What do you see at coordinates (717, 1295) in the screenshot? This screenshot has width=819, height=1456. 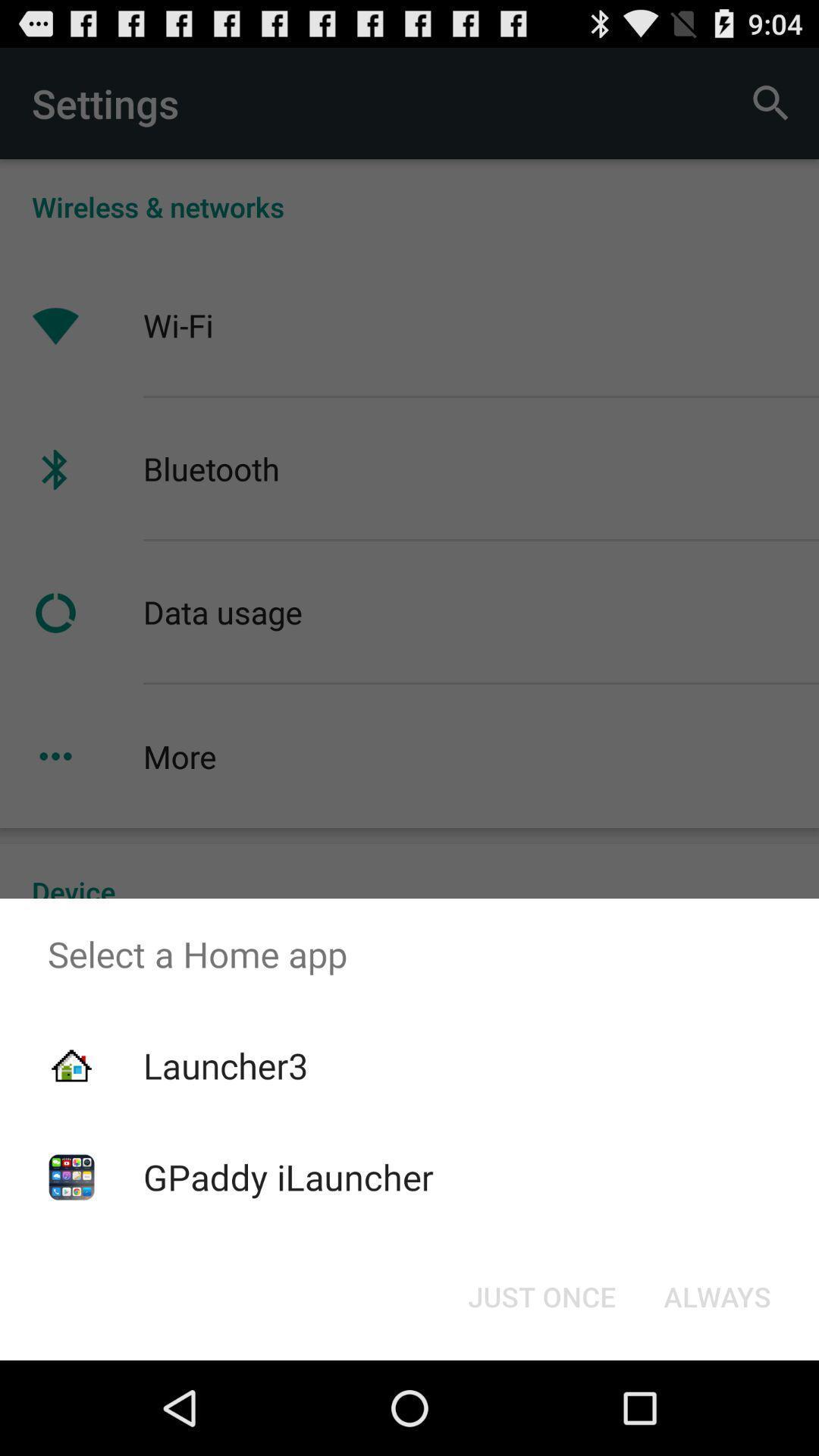 I see `always item` at bounding box center [717, 1295].